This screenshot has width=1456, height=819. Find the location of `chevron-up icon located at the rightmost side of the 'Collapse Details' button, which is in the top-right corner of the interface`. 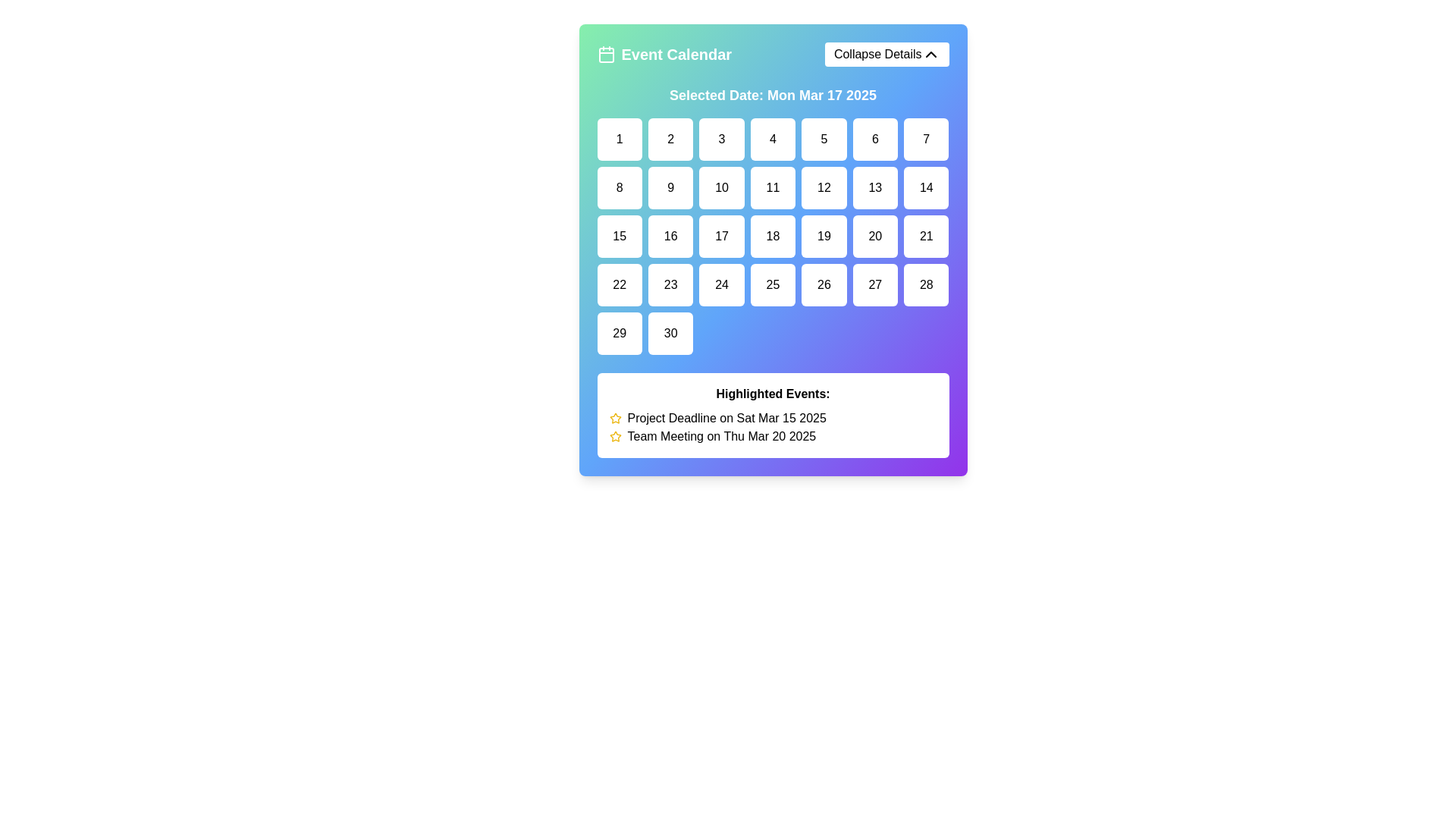

chevron-up icon located at the rightmost side of the 'Collapse Details' button, which is in the top-right corner of the interface is located at coordinates (930, 54).